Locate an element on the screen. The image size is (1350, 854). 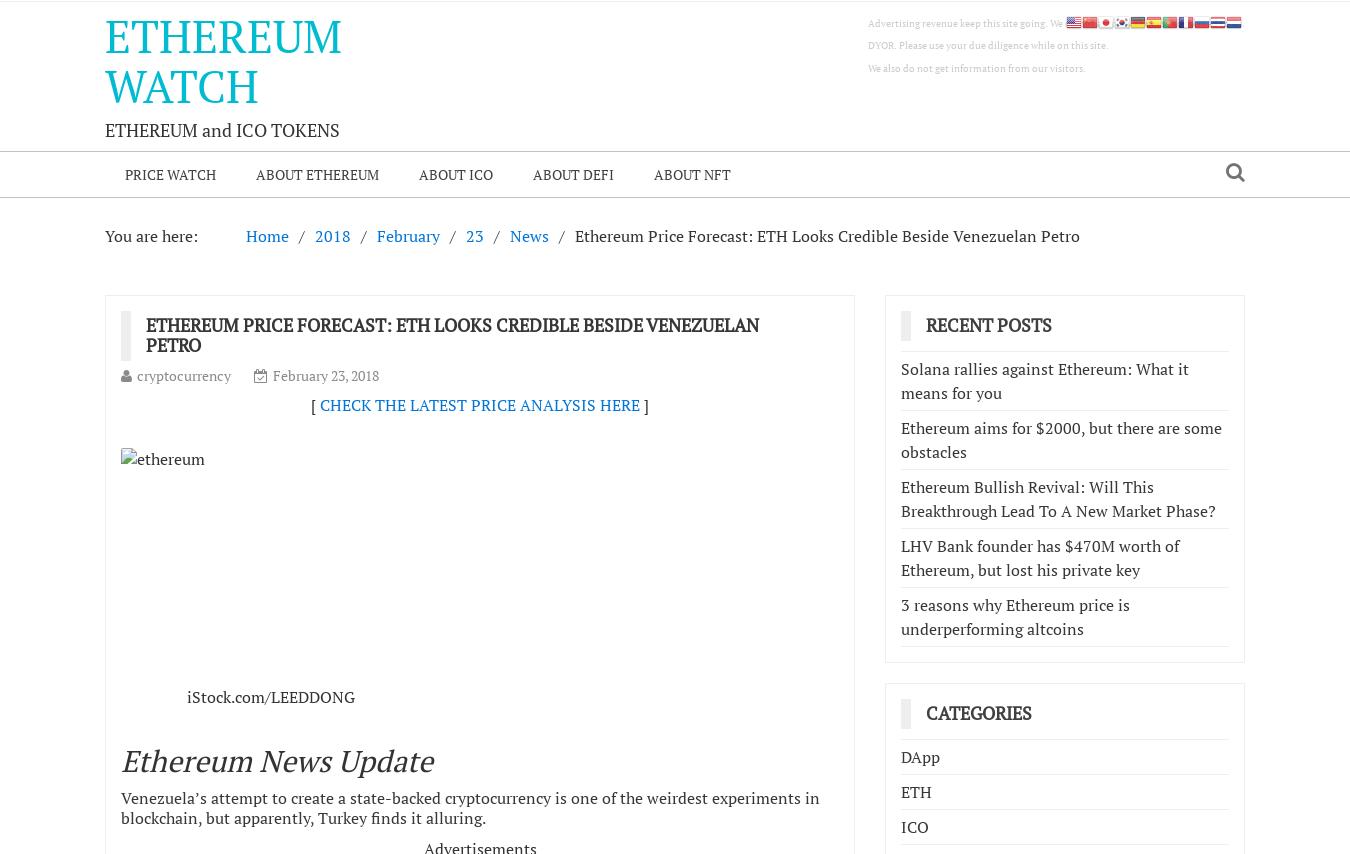
'DYOR. Please use your due diligence while on this site.' is located at coordinates (987, 45).